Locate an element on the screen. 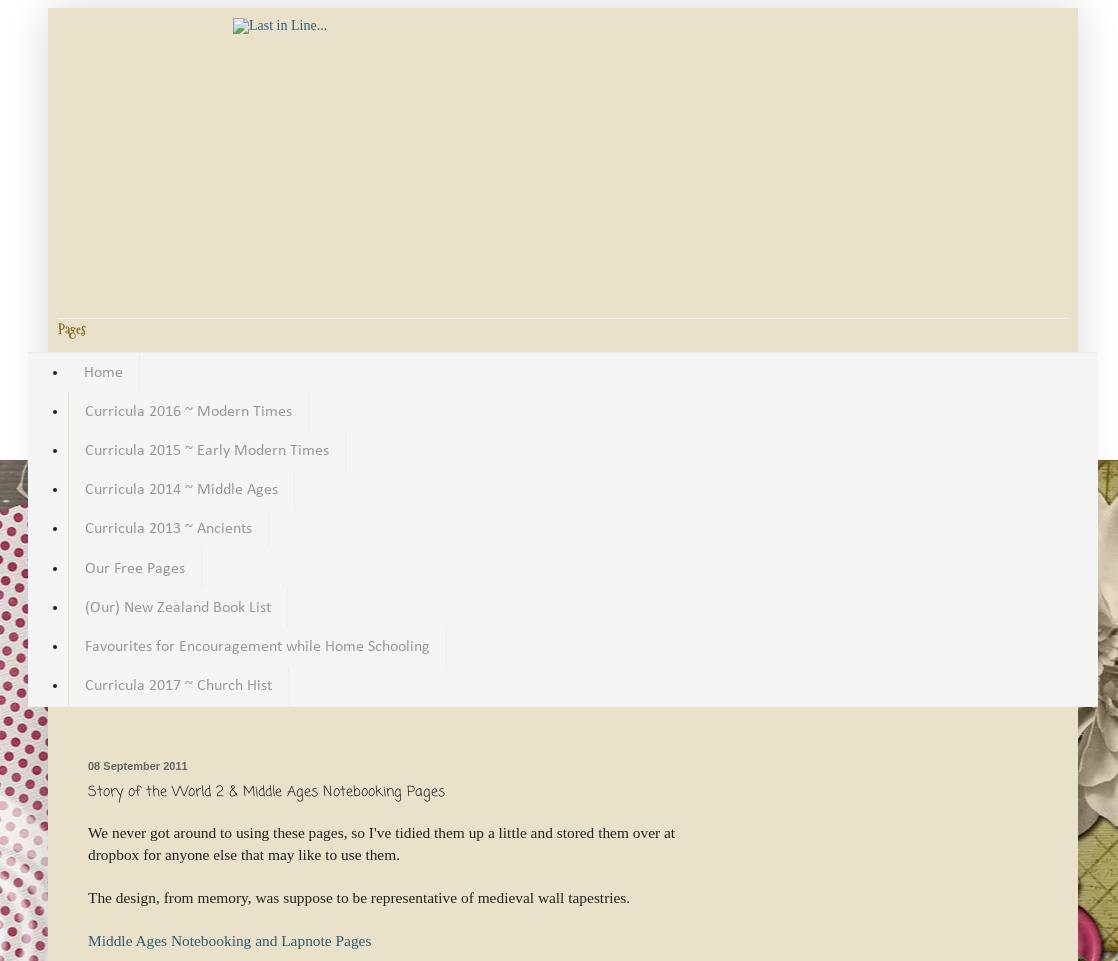  '(Our) New Zealand Book List' is located at coordinates (177, 606).